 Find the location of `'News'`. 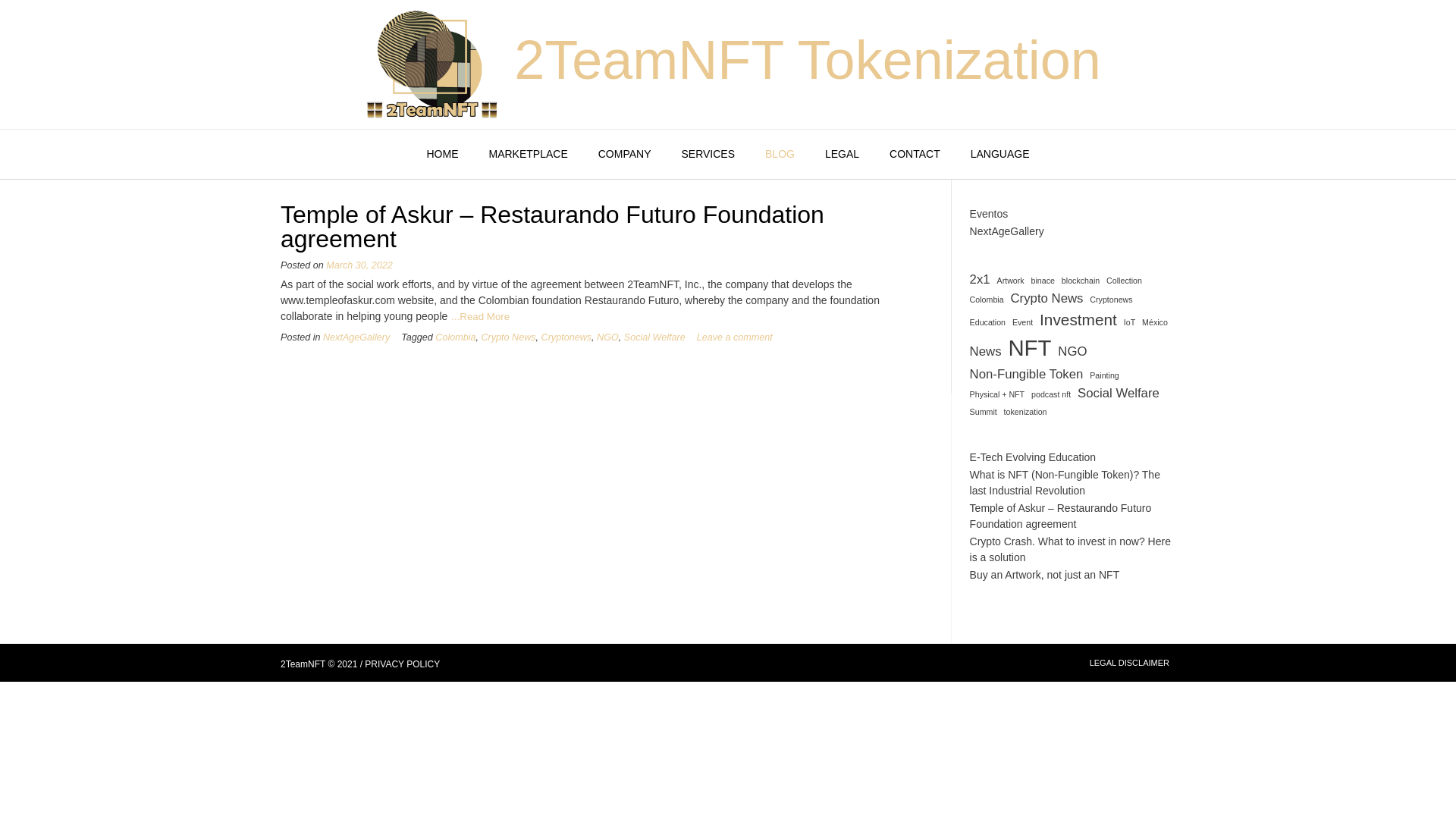

'News' is located at coordinates (986, 351).